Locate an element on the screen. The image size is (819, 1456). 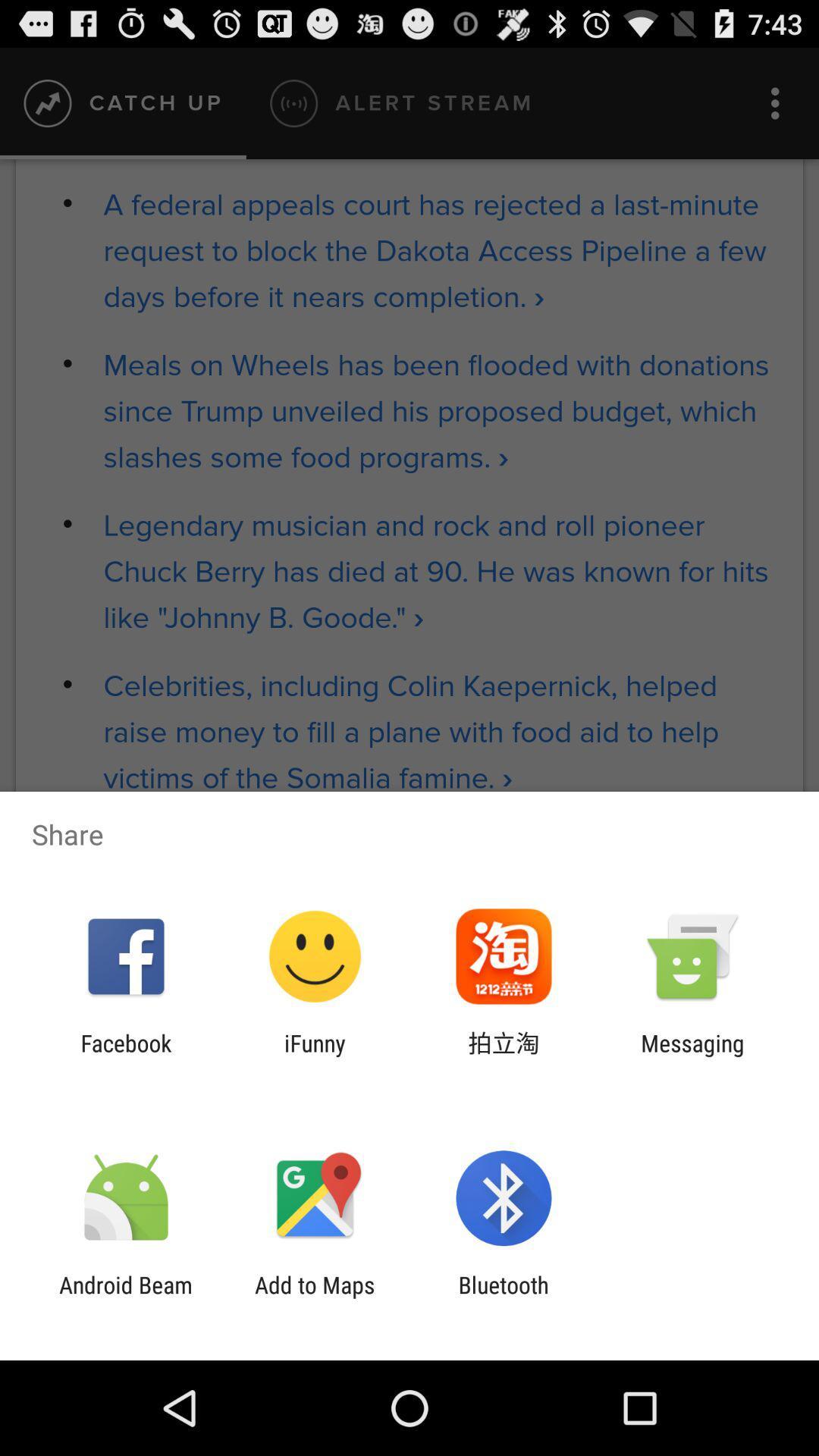
app to the right of add to maps is located at coordinates (504, 1298).